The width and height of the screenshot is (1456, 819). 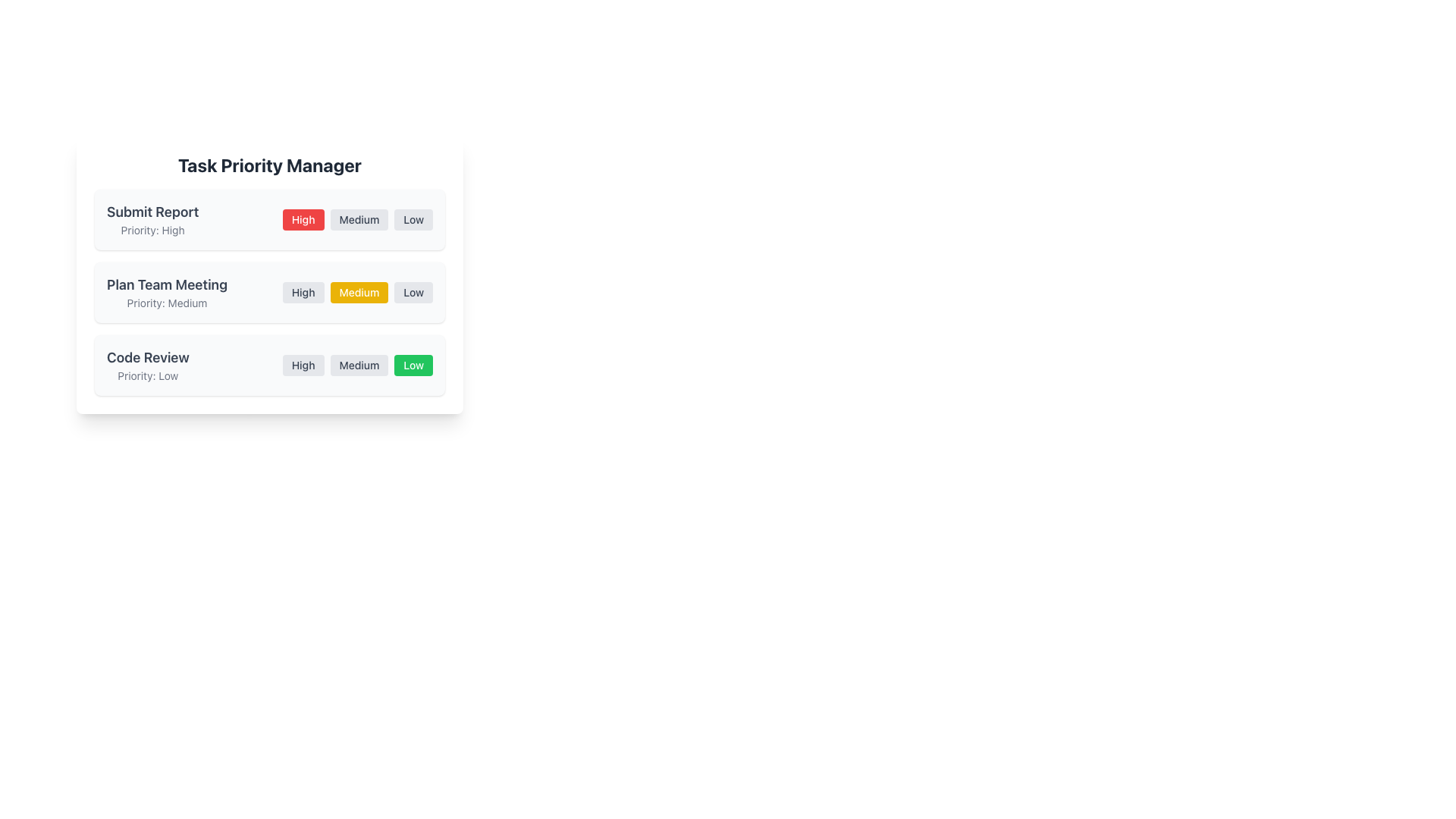 What do you see at coordinates (359, 219) in the screenshot?
I see `the 'Medium' priority button located in the 'Submit Report' row under the 'Task Priority Manager' heading` at bounding box center [359, 219].